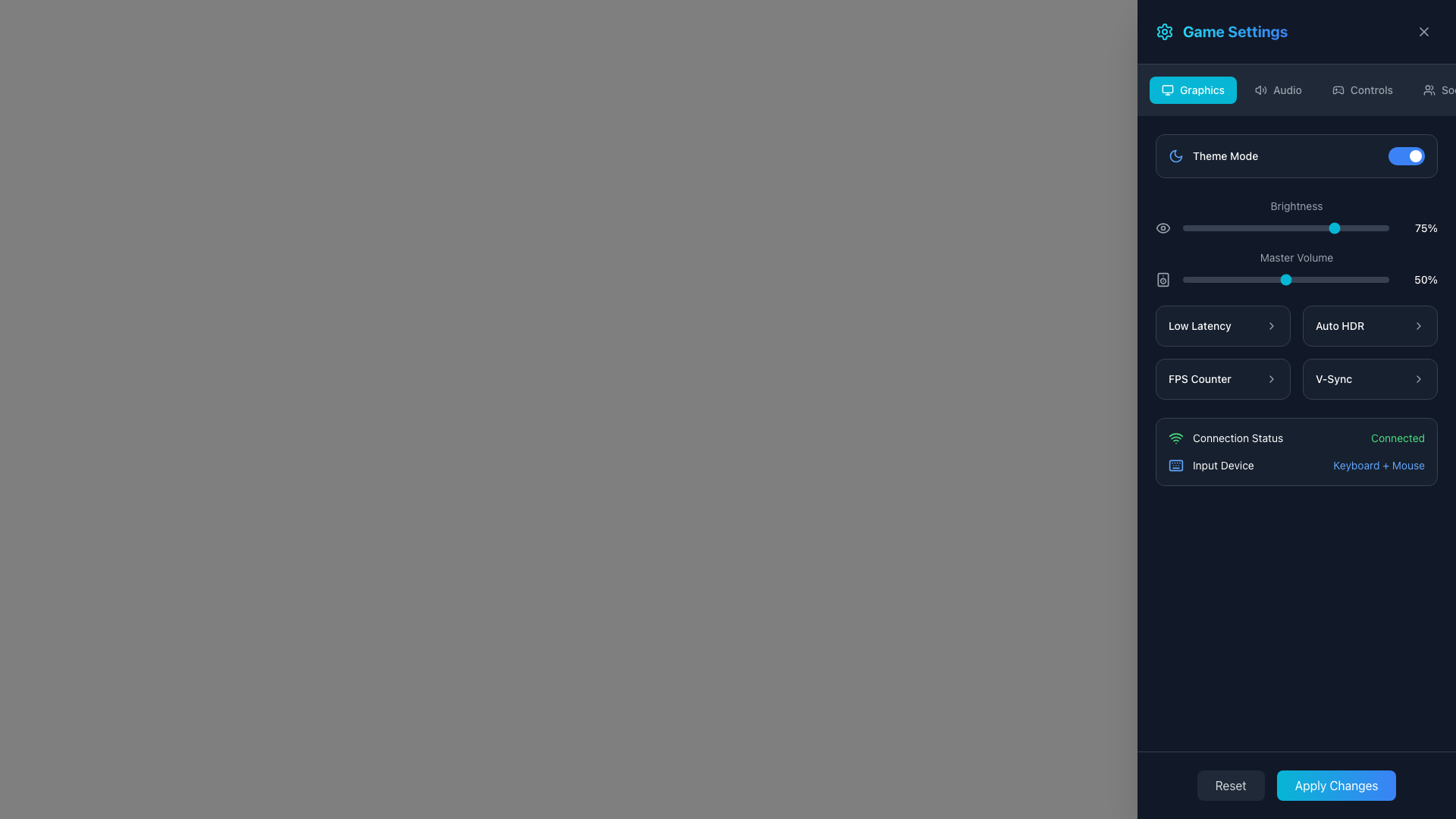 This screenshot has width=1456, height=819. I want to click on the 'Graphics' settings button, which is the first button on the left in the horizontal row of buttons at the top of the settings panel, so click(1192, 90).